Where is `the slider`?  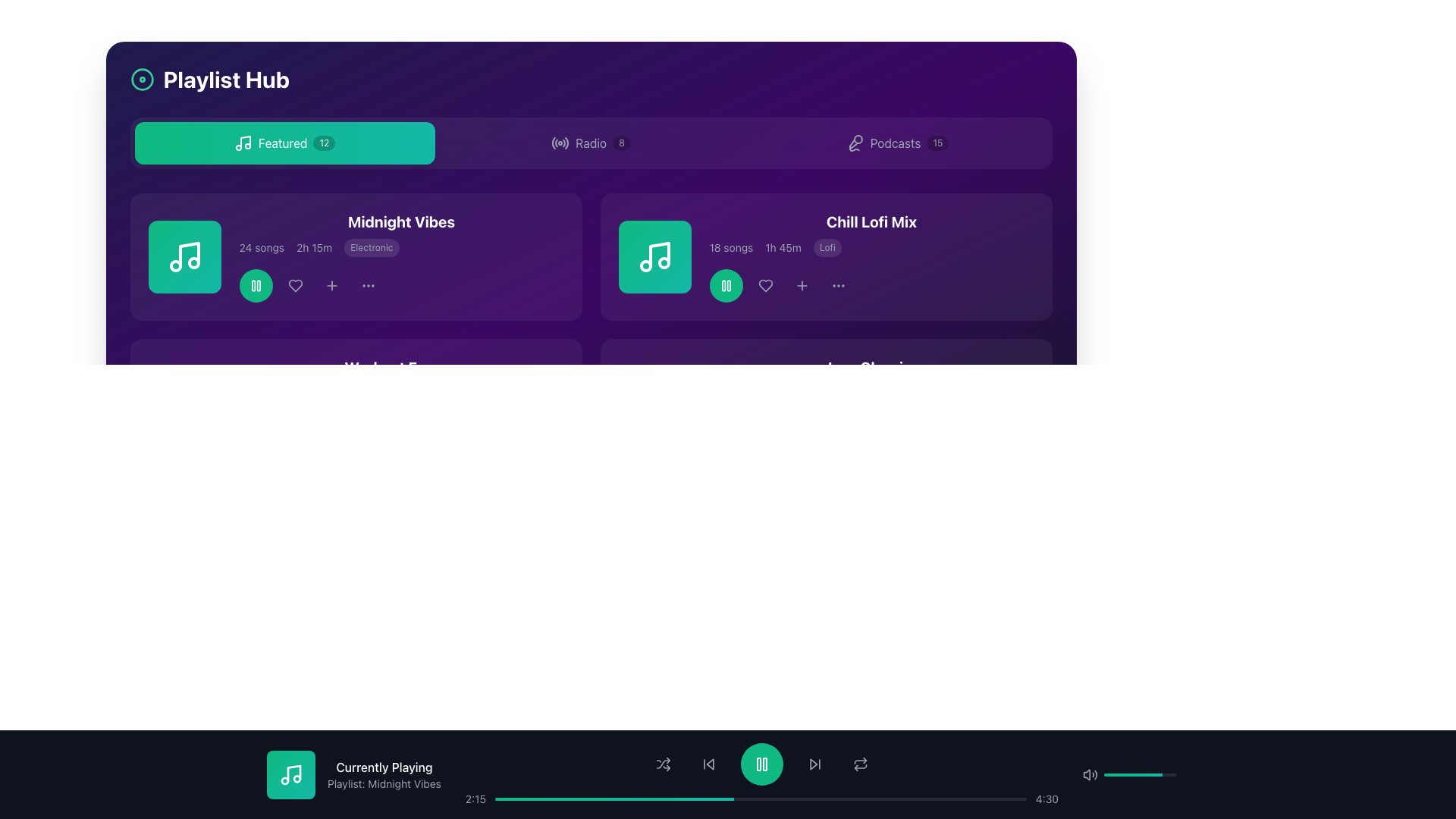 the slider is located at coordinates (1139, 775).